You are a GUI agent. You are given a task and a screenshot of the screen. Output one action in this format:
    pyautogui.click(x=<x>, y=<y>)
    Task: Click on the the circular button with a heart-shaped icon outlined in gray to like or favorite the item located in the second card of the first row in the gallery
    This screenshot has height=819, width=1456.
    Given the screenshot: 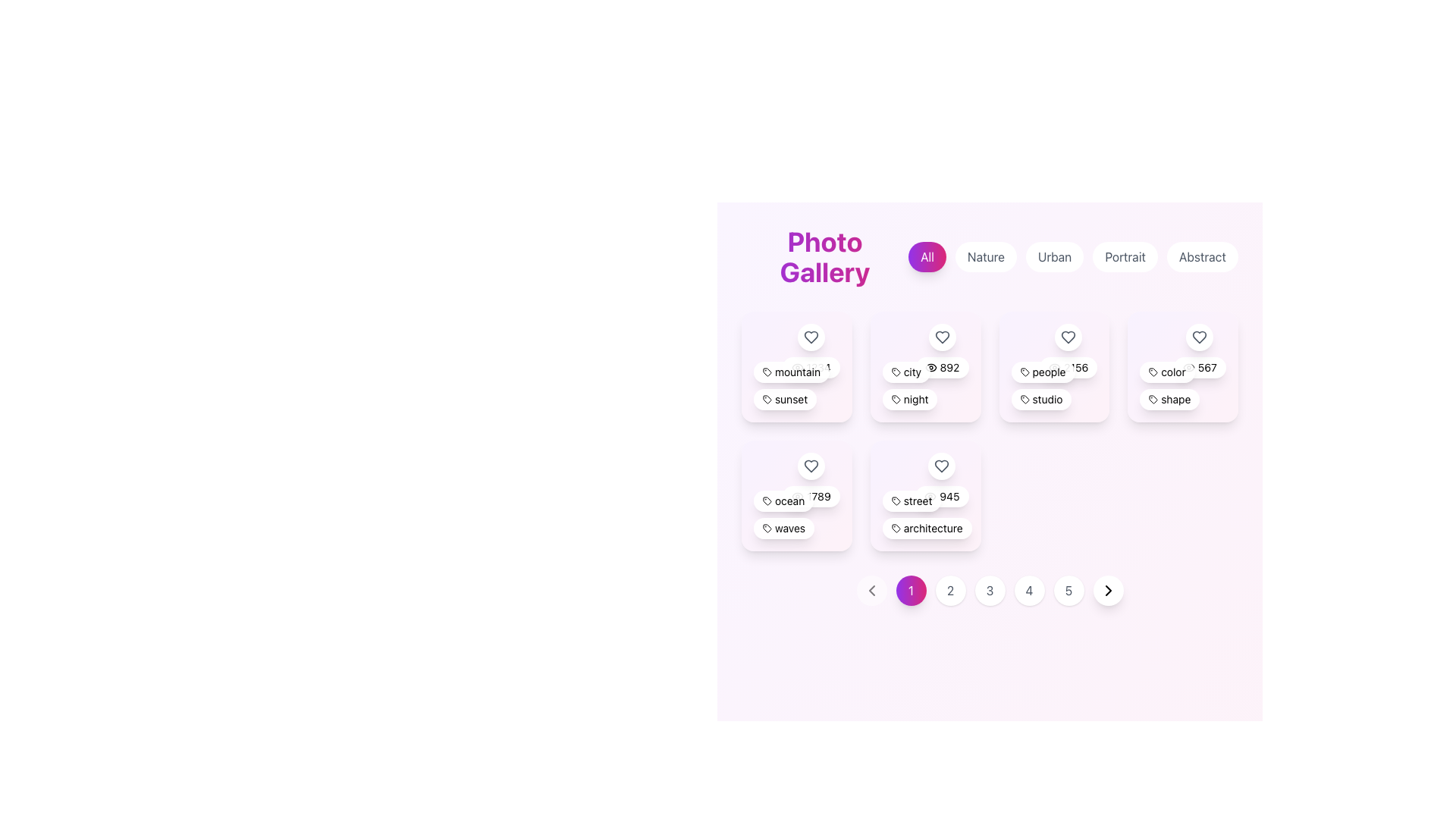 What is the action you would take?
    pyautogui.click(x=941, y=336)
    